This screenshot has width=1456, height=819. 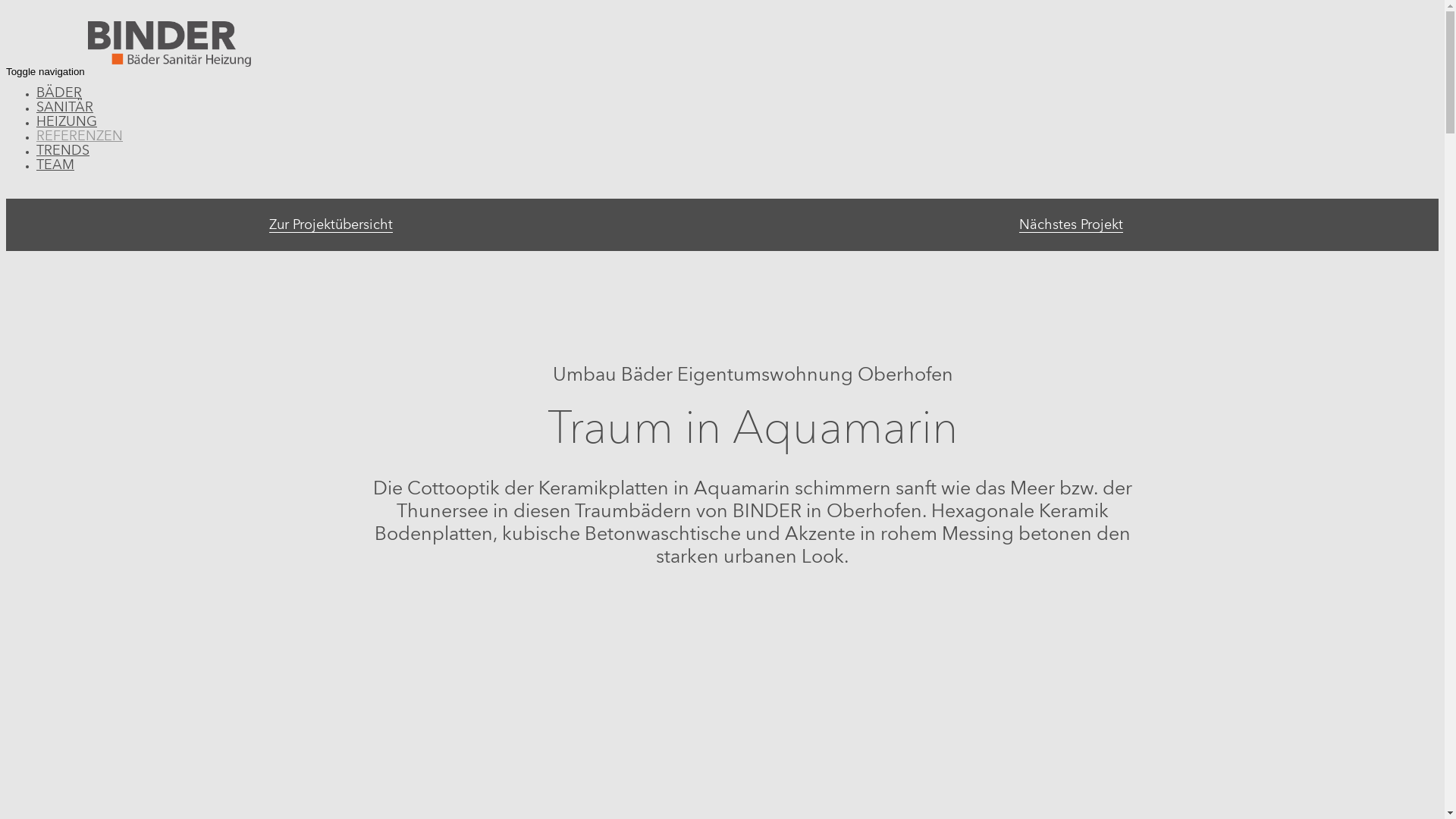 I want to click on 'HEIZUNG', so click(x=65, y=117).